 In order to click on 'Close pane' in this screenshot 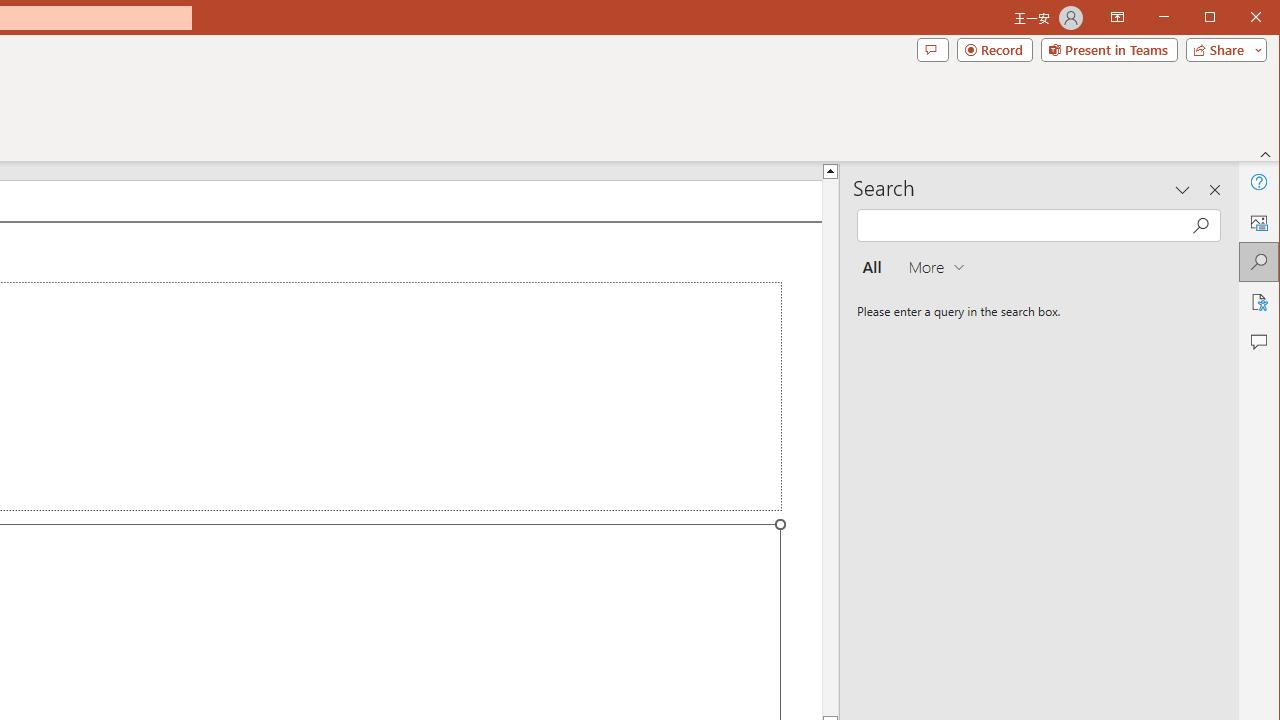, I will do `click(1214, 190)`.